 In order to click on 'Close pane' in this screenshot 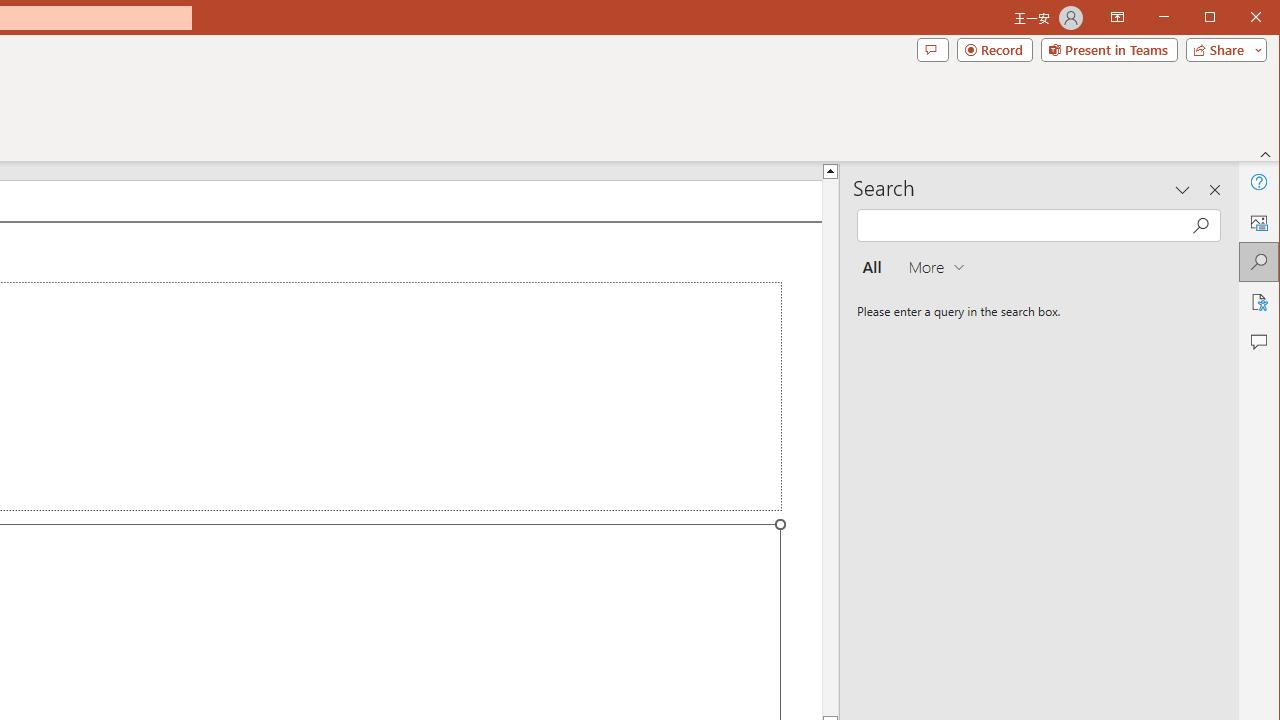, I will do `click(1214, 190)`.